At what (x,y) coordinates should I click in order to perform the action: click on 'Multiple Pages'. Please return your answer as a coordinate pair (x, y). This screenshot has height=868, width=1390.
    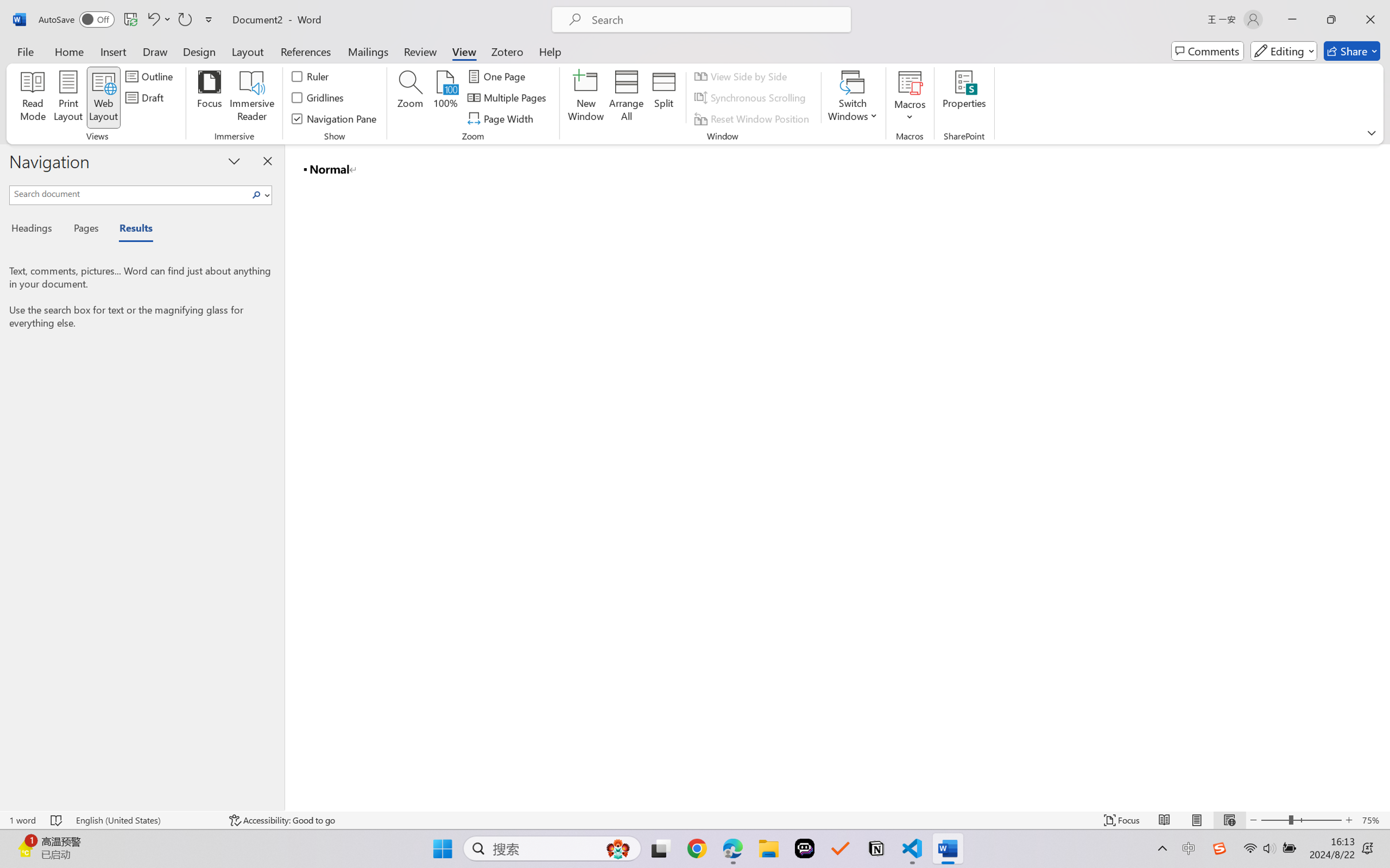
    Looking at the image, I should click on (508, 98).